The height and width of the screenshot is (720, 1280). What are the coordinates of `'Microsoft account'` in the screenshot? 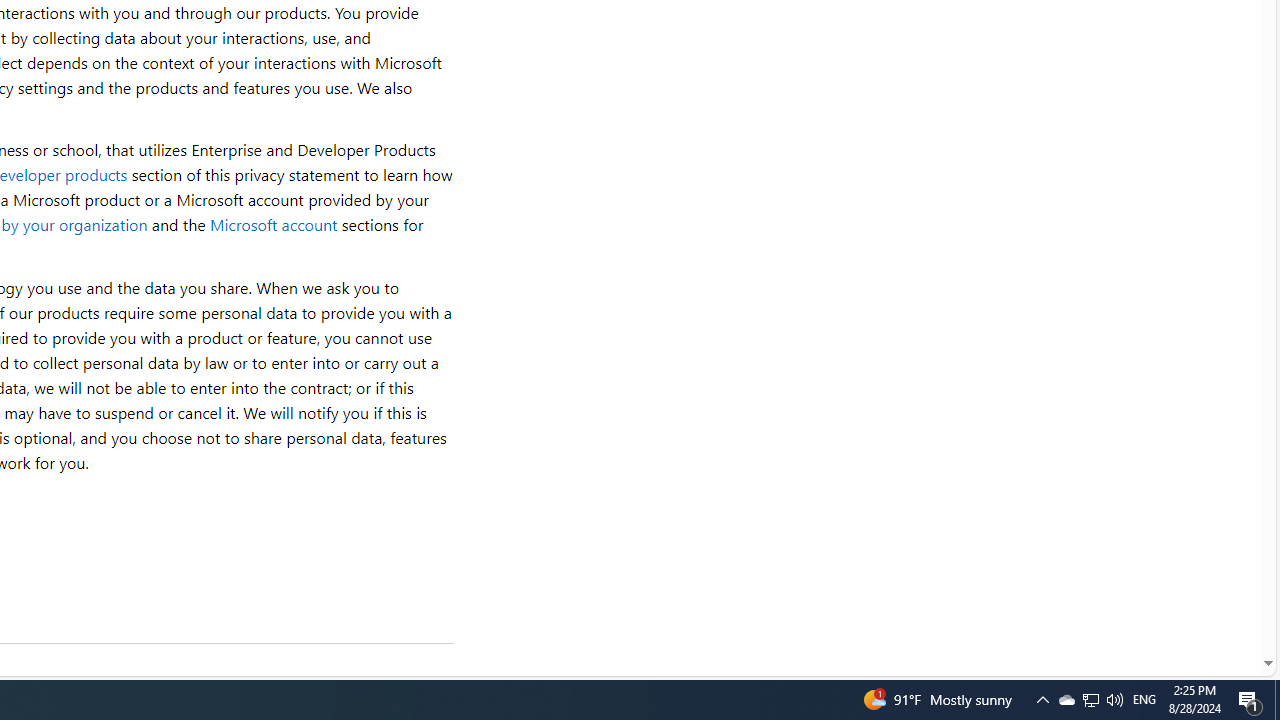 It's located at (272, 225).